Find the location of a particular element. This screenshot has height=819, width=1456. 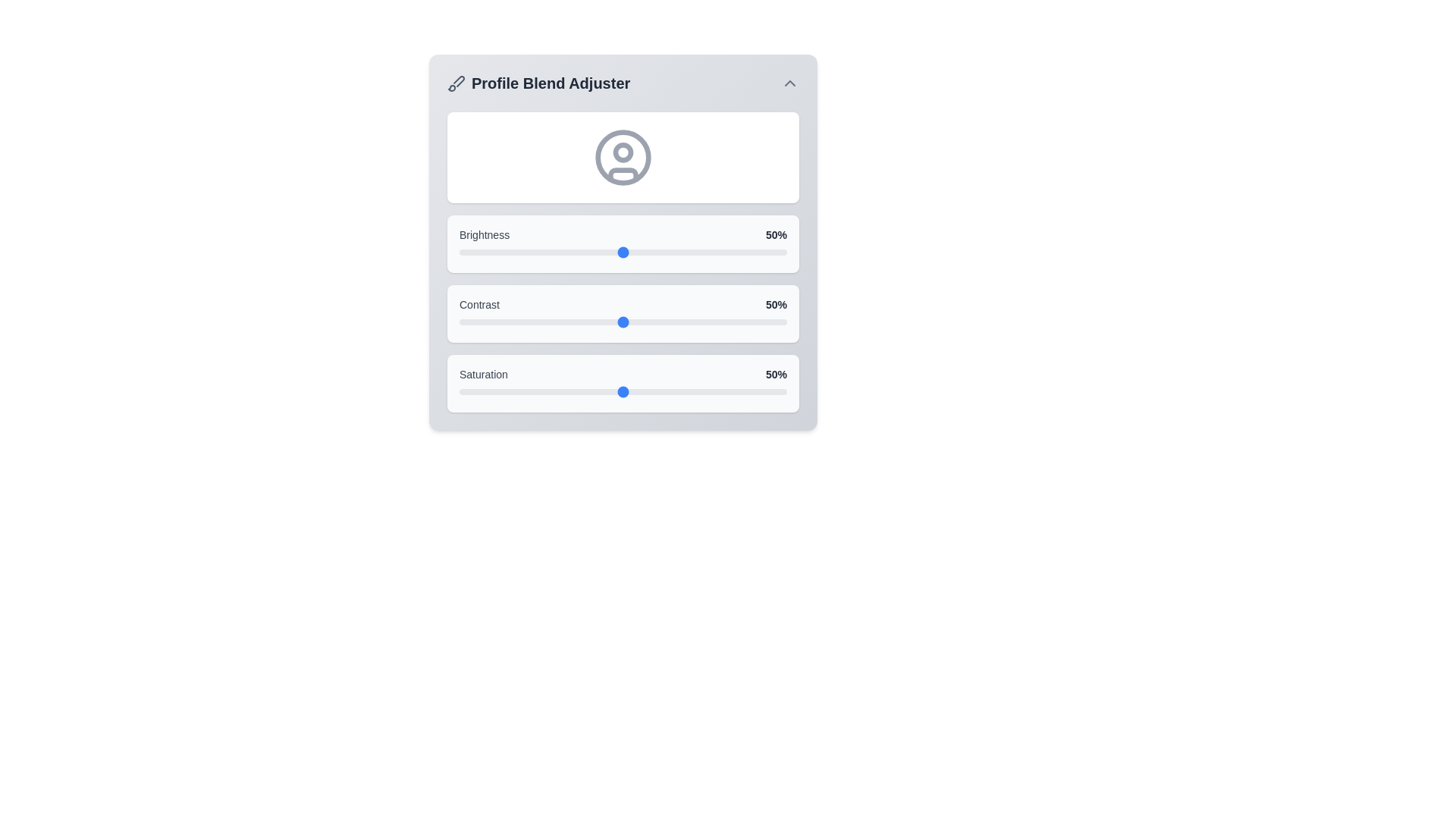

the 'Contrast' slider control, which features a gray background, rounded corners, and a blue circular knob positioned at the center indicating a 50% setting is located at coordinates (623, 312).